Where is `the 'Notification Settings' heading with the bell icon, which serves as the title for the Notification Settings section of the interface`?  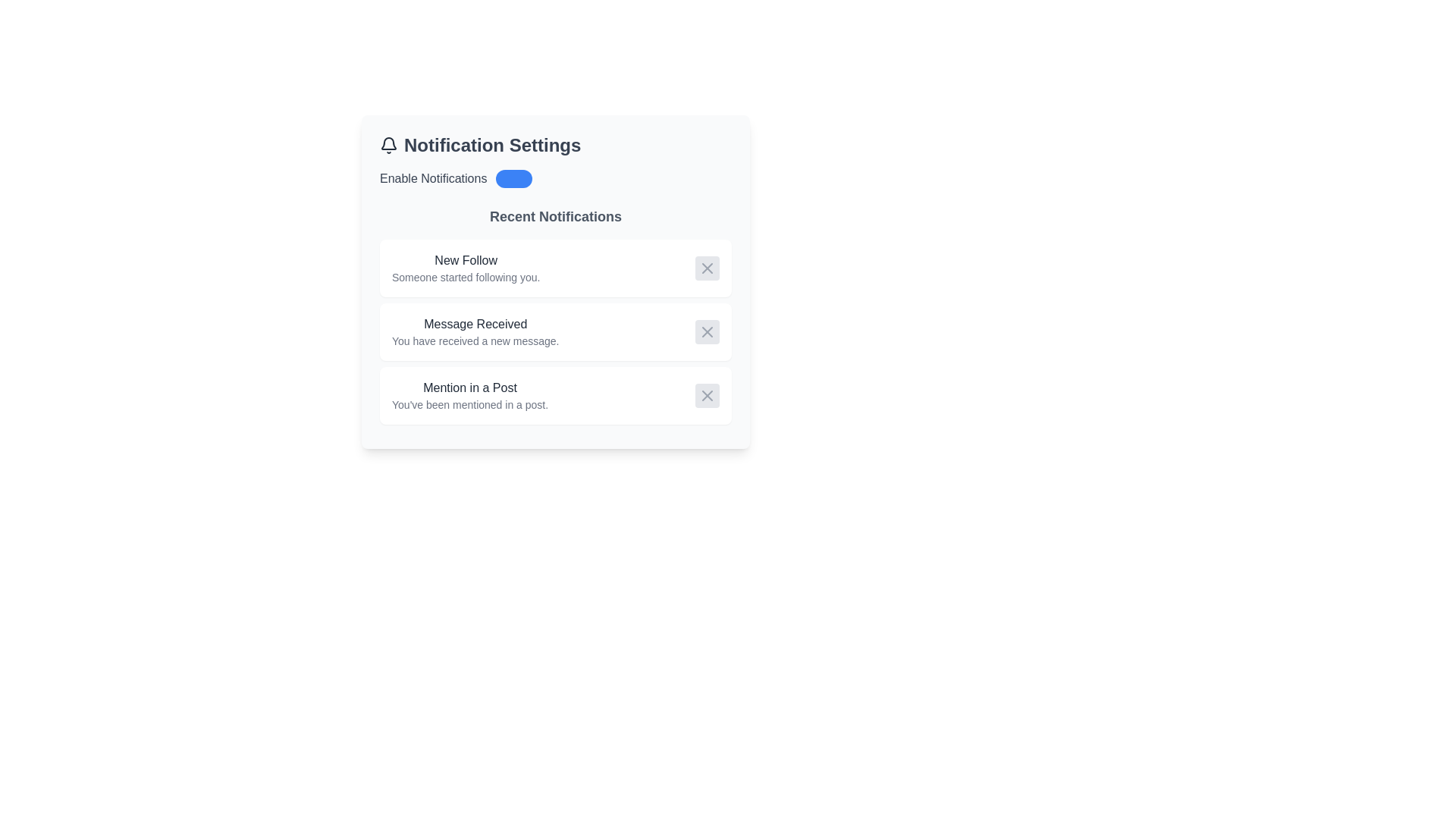 the 'Notification Settings' heading with the bell icon, which serves as the title for the Notification Settings section of the interface is located at coordinates (555, 146).